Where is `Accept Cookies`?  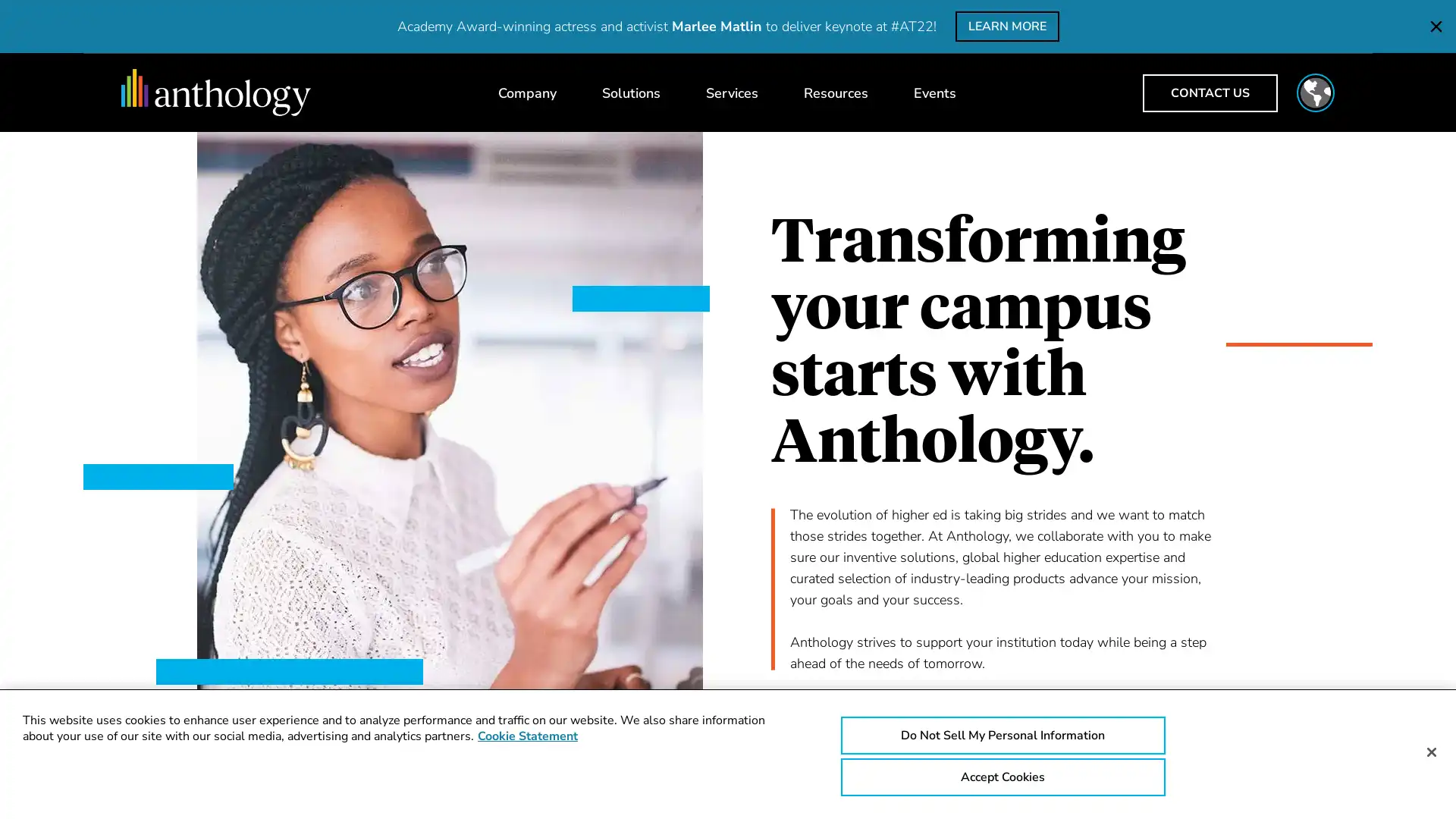 Accept Cookies is located at coordinates (1002, 777).